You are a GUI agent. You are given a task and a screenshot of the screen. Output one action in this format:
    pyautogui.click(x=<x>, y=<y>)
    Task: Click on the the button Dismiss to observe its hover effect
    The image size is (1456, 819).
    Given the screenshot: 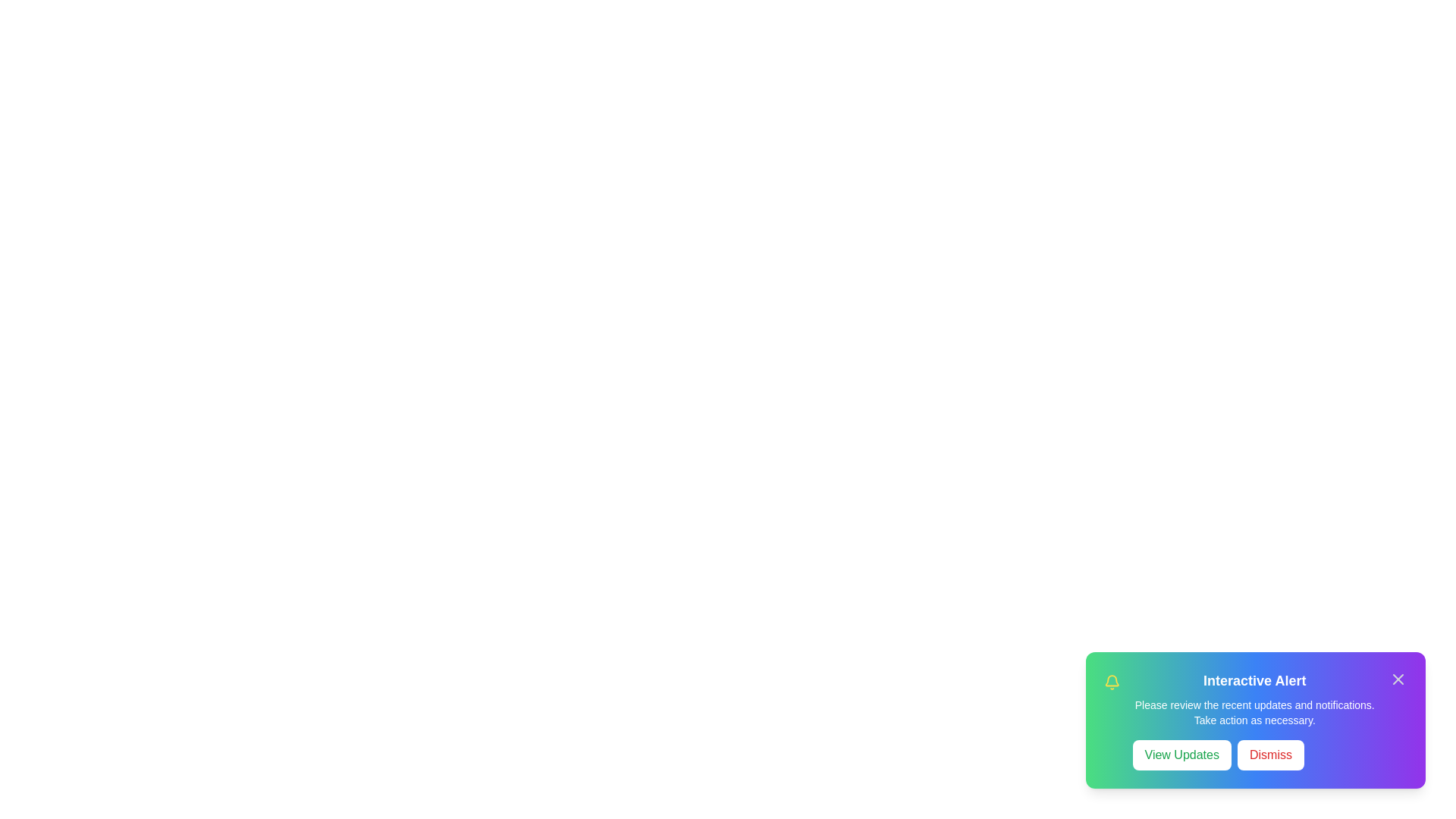 What is the action you would take?
    pyautogui.click(x=1270, y=755)
    